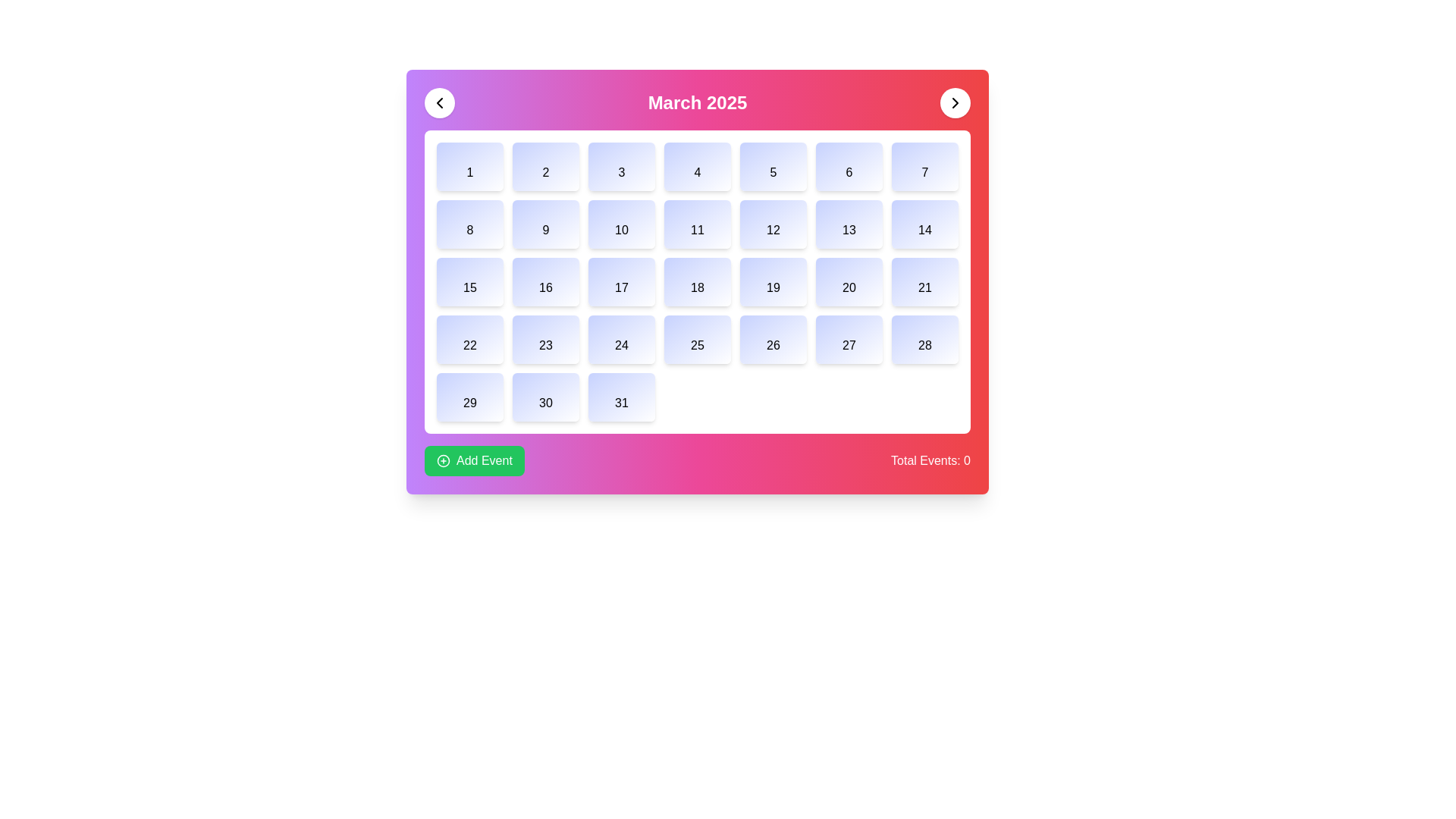 This screenshot has width=1456, height=819. What do you see at coordinates (924, 166) in the screenshot?
I see `the calendar date tile representing the 7th of the month` at bounding box center [924, 166].